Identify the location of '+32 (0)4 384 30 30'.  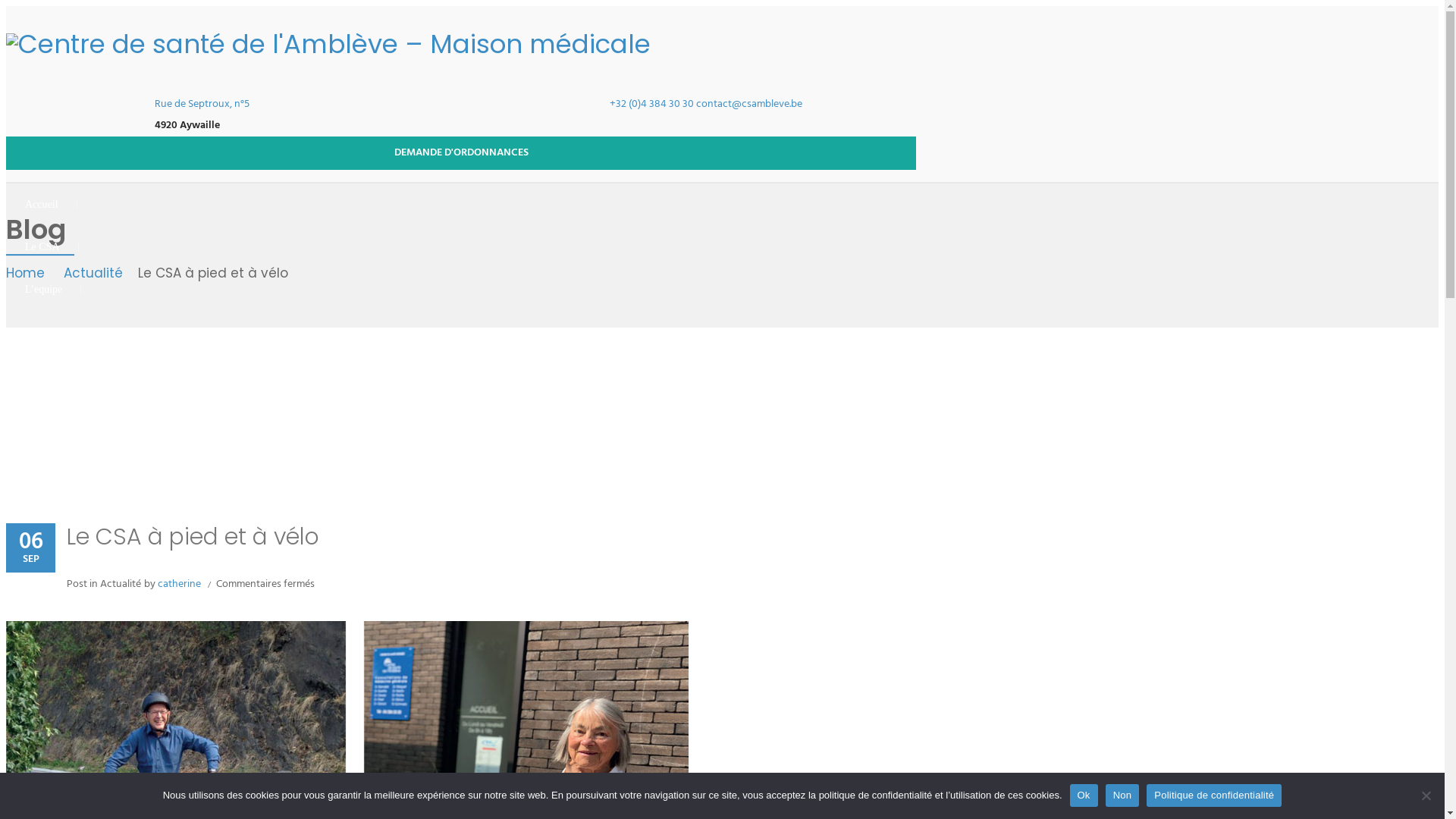
(610, 103).